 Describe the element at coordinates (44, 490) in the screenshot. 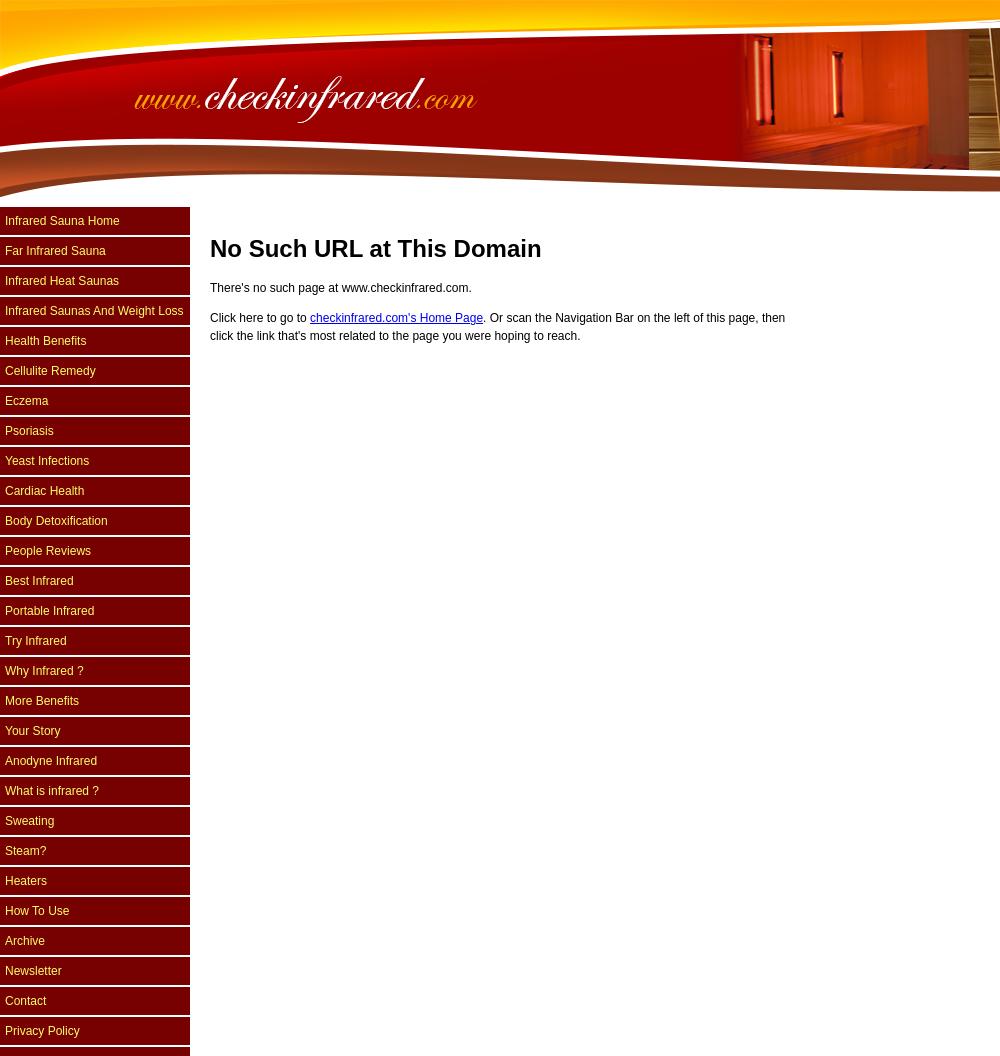

I see `'Cardiac Health'` at that location.